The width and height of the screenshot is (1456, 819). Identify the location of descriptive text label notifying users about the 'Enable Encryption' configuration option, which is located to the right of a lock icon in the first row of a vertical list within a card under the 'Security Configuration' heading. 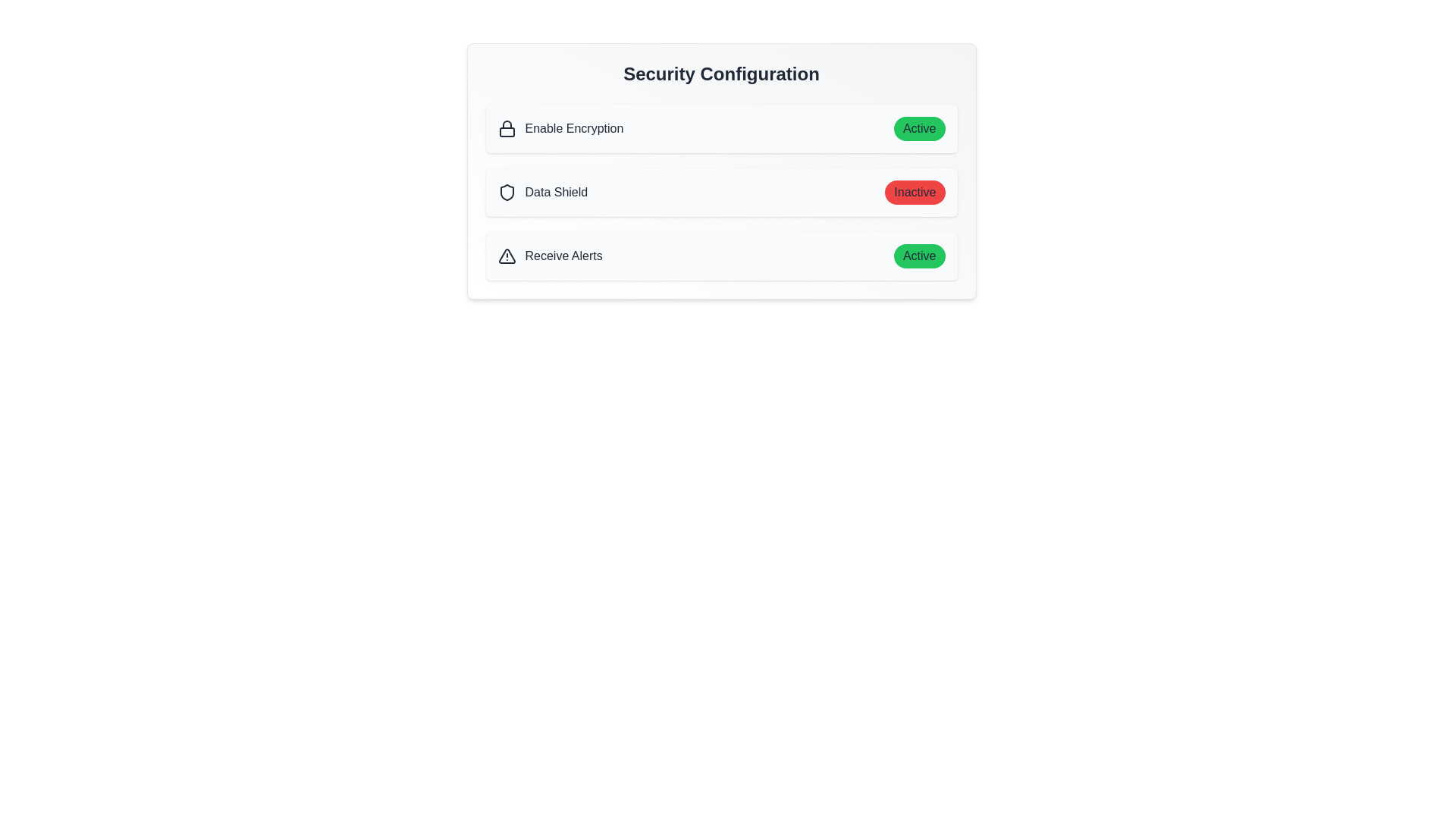
(573, 127).